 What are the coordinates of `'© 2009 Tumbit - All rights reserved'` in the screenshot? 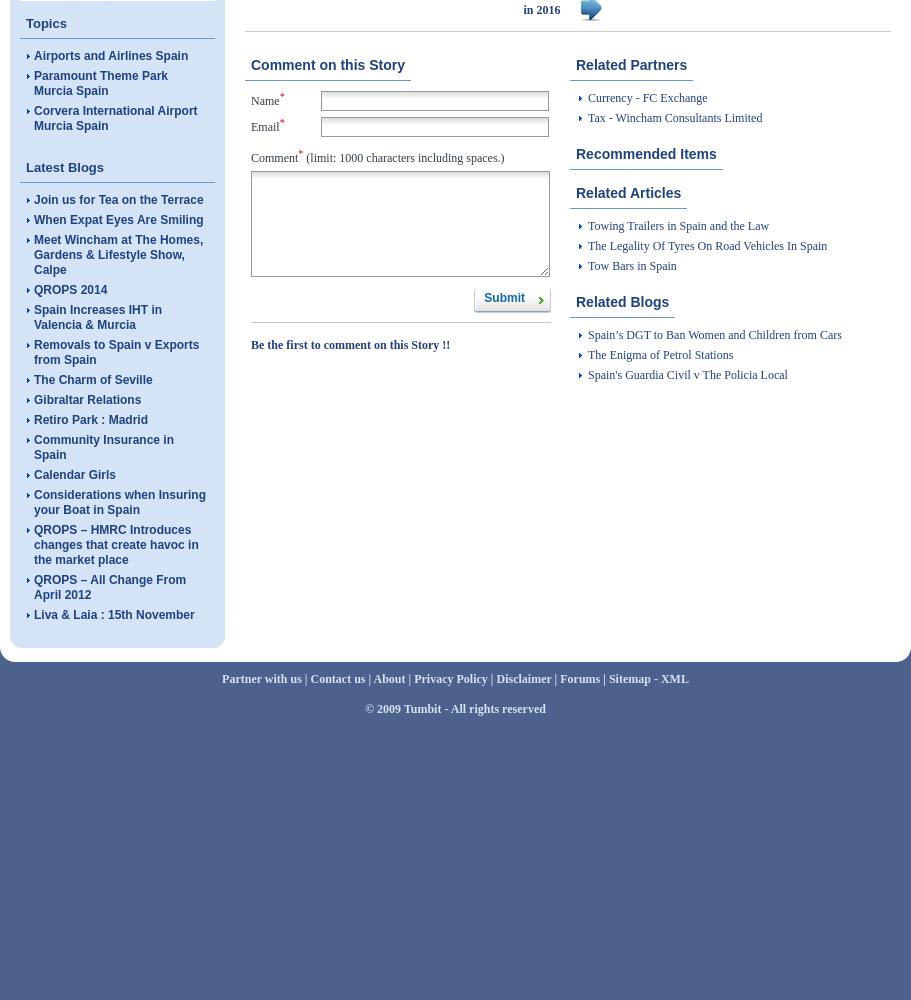 It's located at (455, 708).